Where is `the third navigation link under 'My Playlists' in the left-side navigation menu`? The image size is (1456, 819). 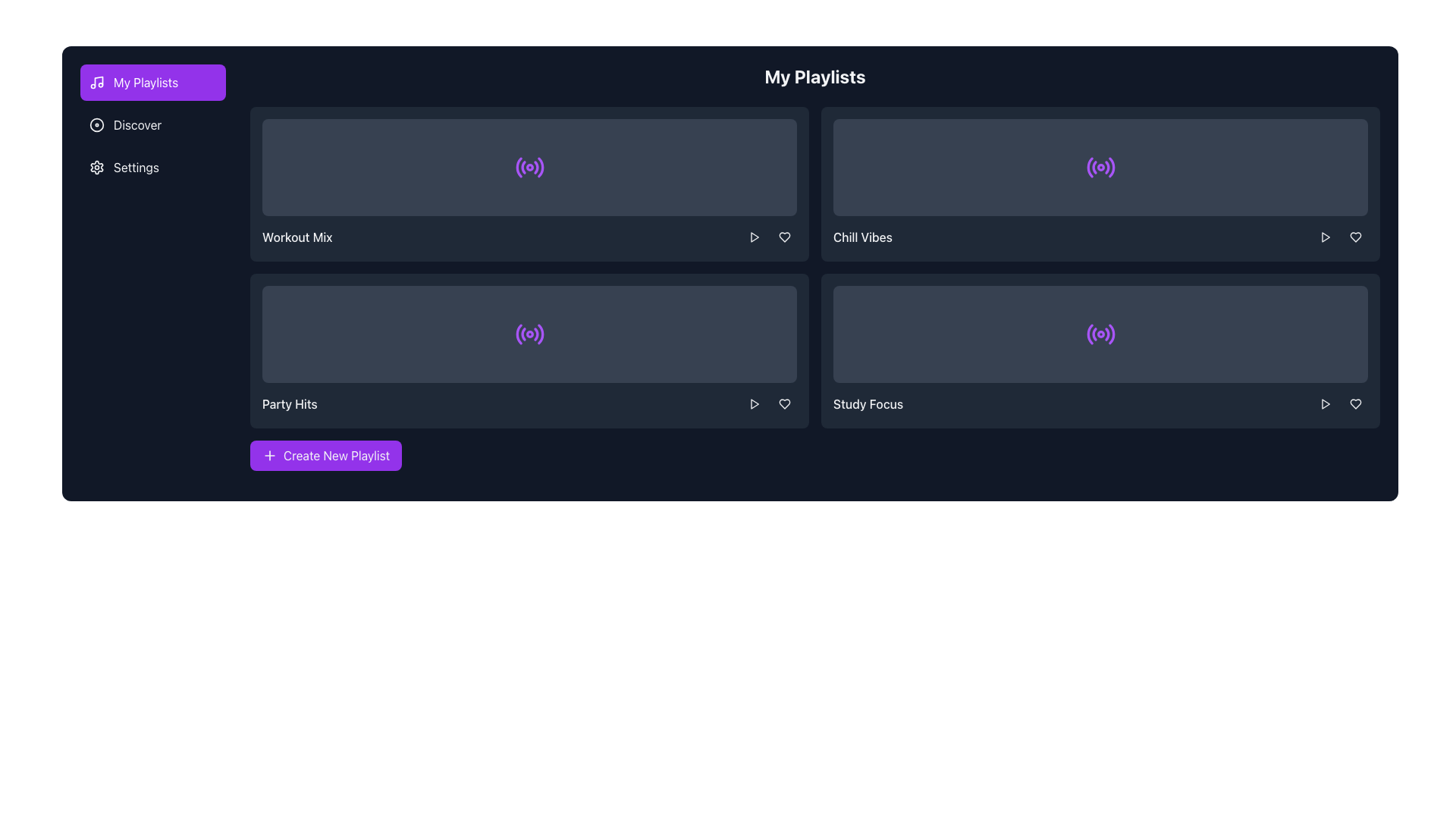
the third navigation link under 'My Playlists' in the left-side navigation menu is located at coordinates (152, 167).